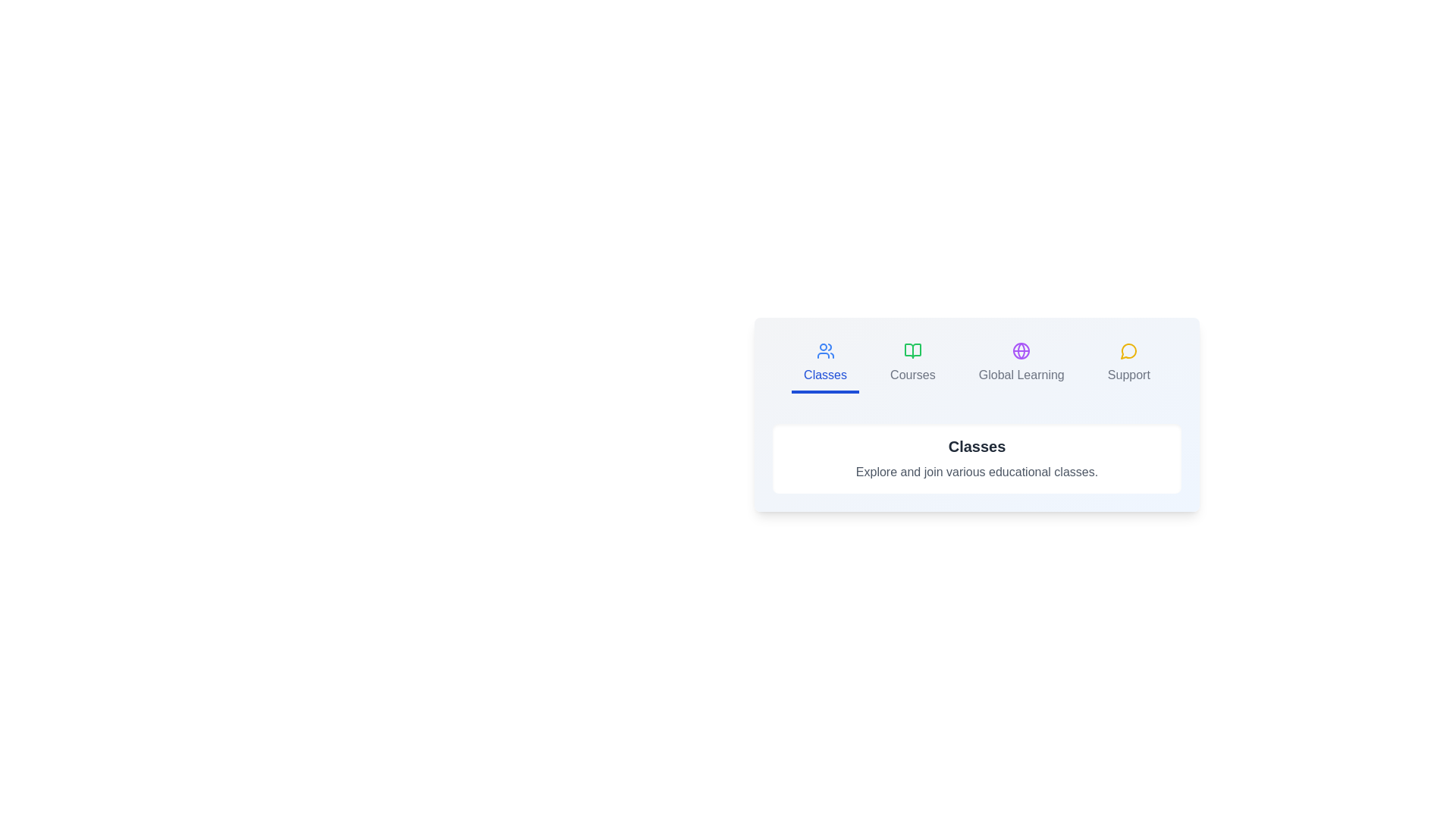 This screenshot has width=1456, height=819. What do you see at coordinates (1021, 365) in the screenshot?
I see `the Global Learning tab by clicking on it` at bounding box center [1021, 365].